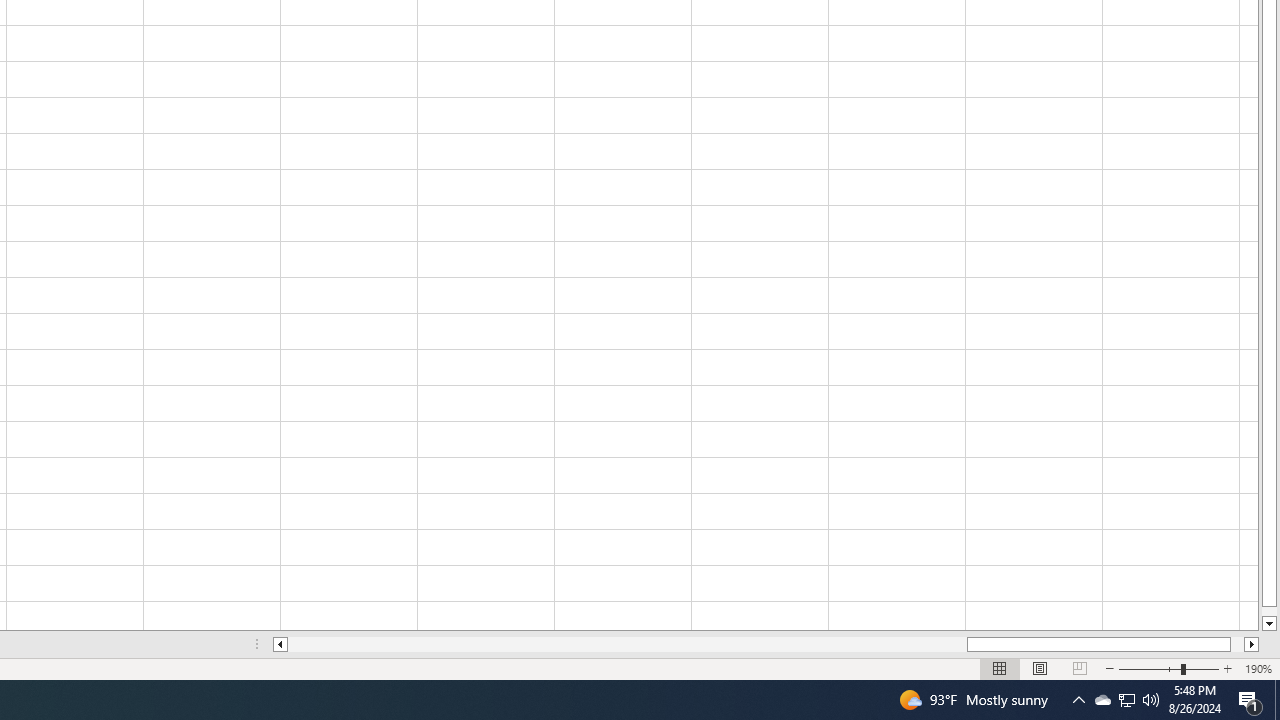  What do you see at coordinates (1236, 644) in the screenshot?
I see `'Page right'` at bounding box center [1236, 644].